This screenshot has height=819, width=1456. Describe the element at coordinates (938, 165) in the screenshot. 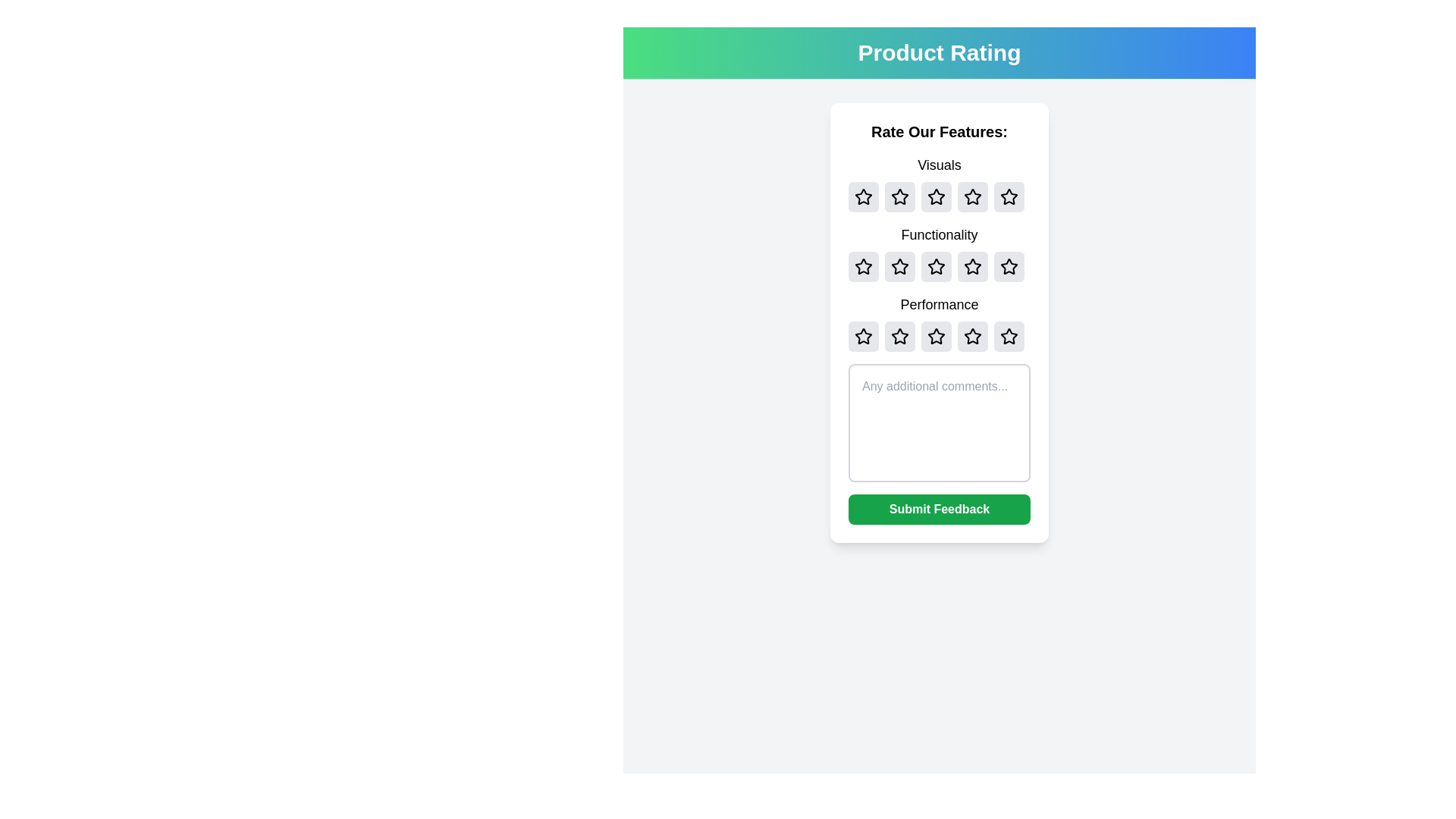

I see `the Text Label that describes the rating section for 'Visuals', located above the star ratings in the feedback section` at that location.